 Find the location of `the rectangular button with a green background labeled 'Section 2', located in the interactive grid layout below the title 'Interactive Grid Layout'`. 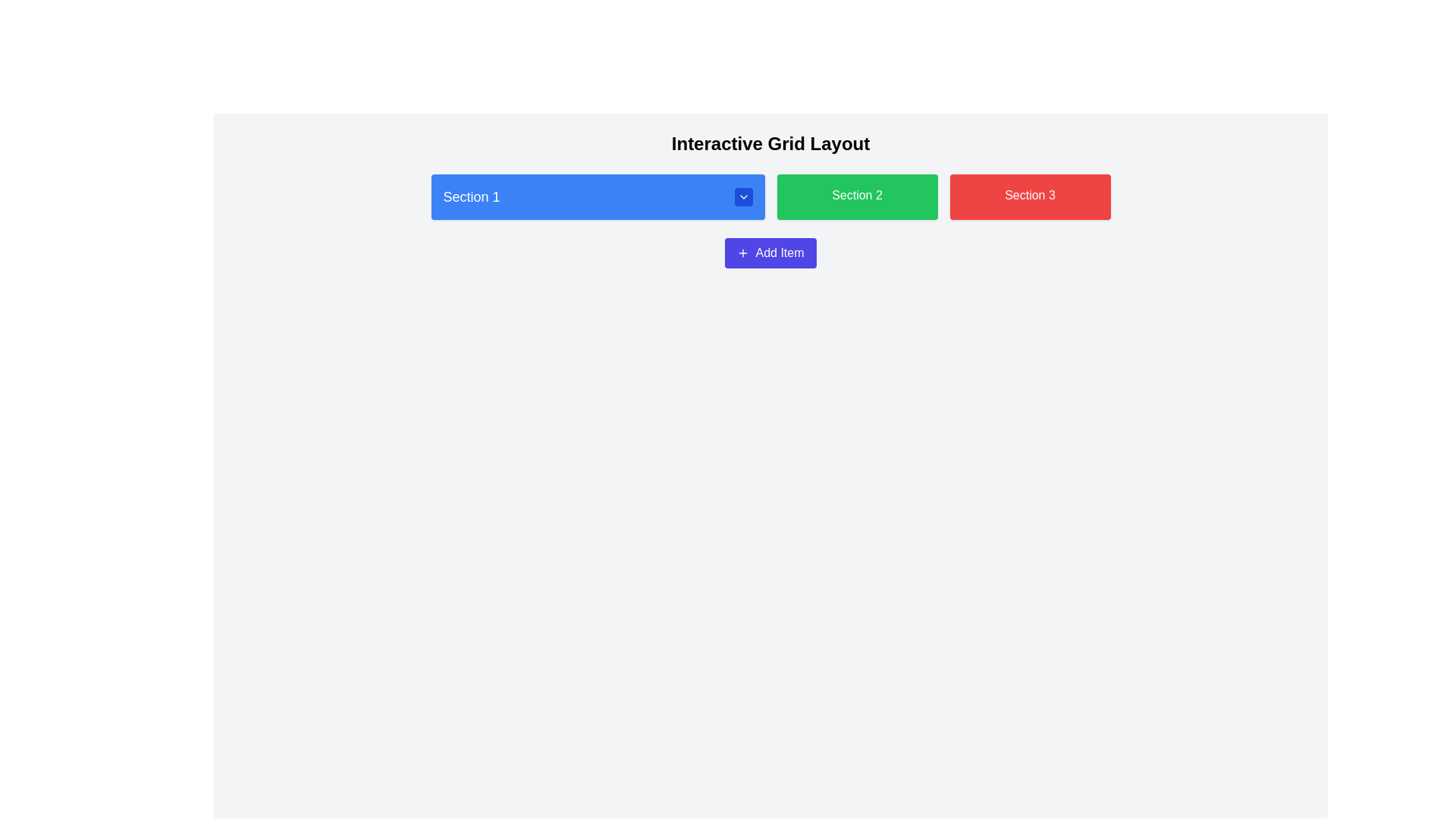

the rectangular button with a green background labeled 'Section 2', located in the interactive grid layout below the title 'Interactive Grid Layout' is located at coordinates (857, 196).